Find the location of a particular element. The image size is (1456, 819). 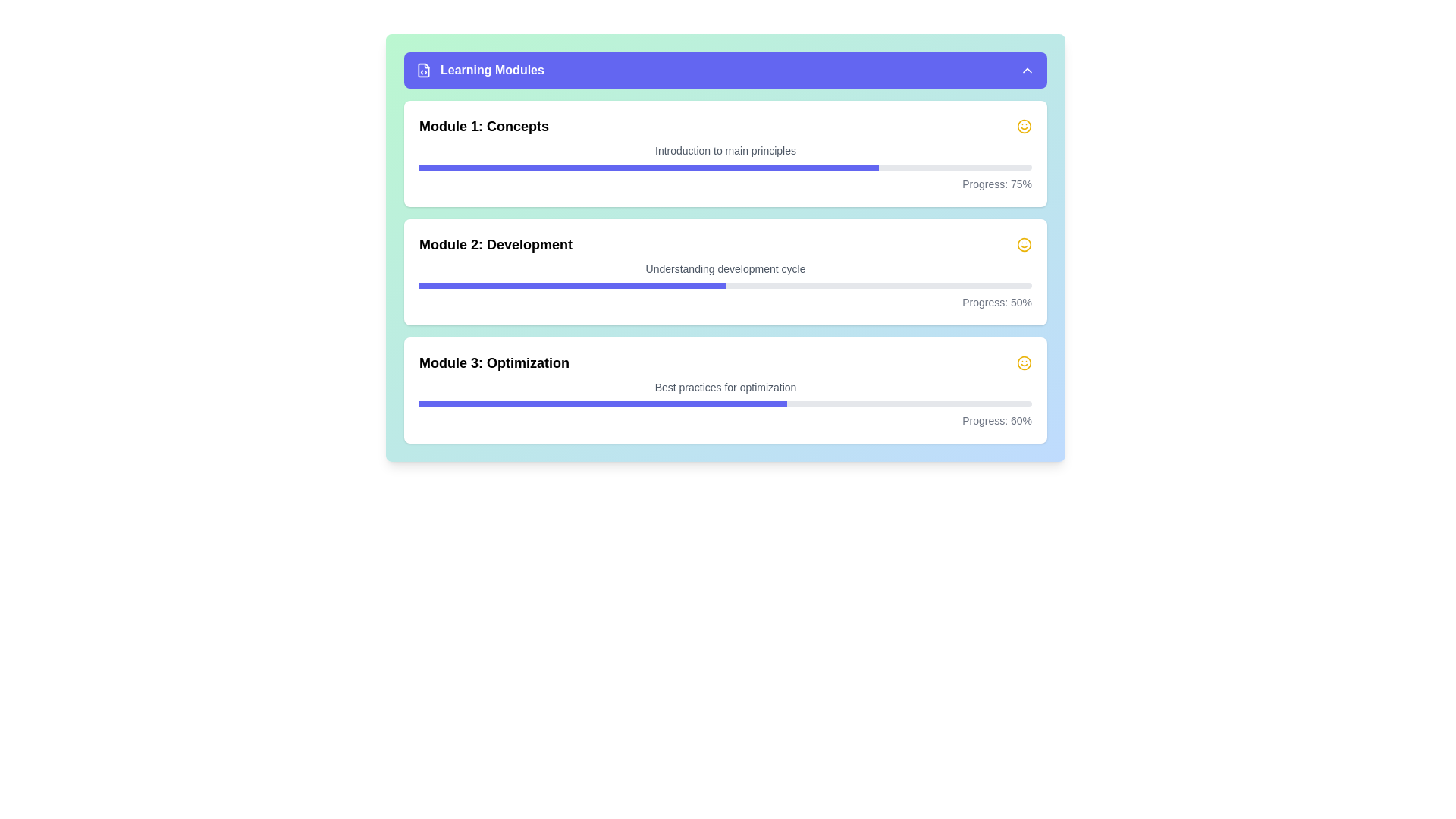

the text label that identifies the second module, titled 'Module 2: Development', for accessibility purposes is located at coordinates (495, 244).